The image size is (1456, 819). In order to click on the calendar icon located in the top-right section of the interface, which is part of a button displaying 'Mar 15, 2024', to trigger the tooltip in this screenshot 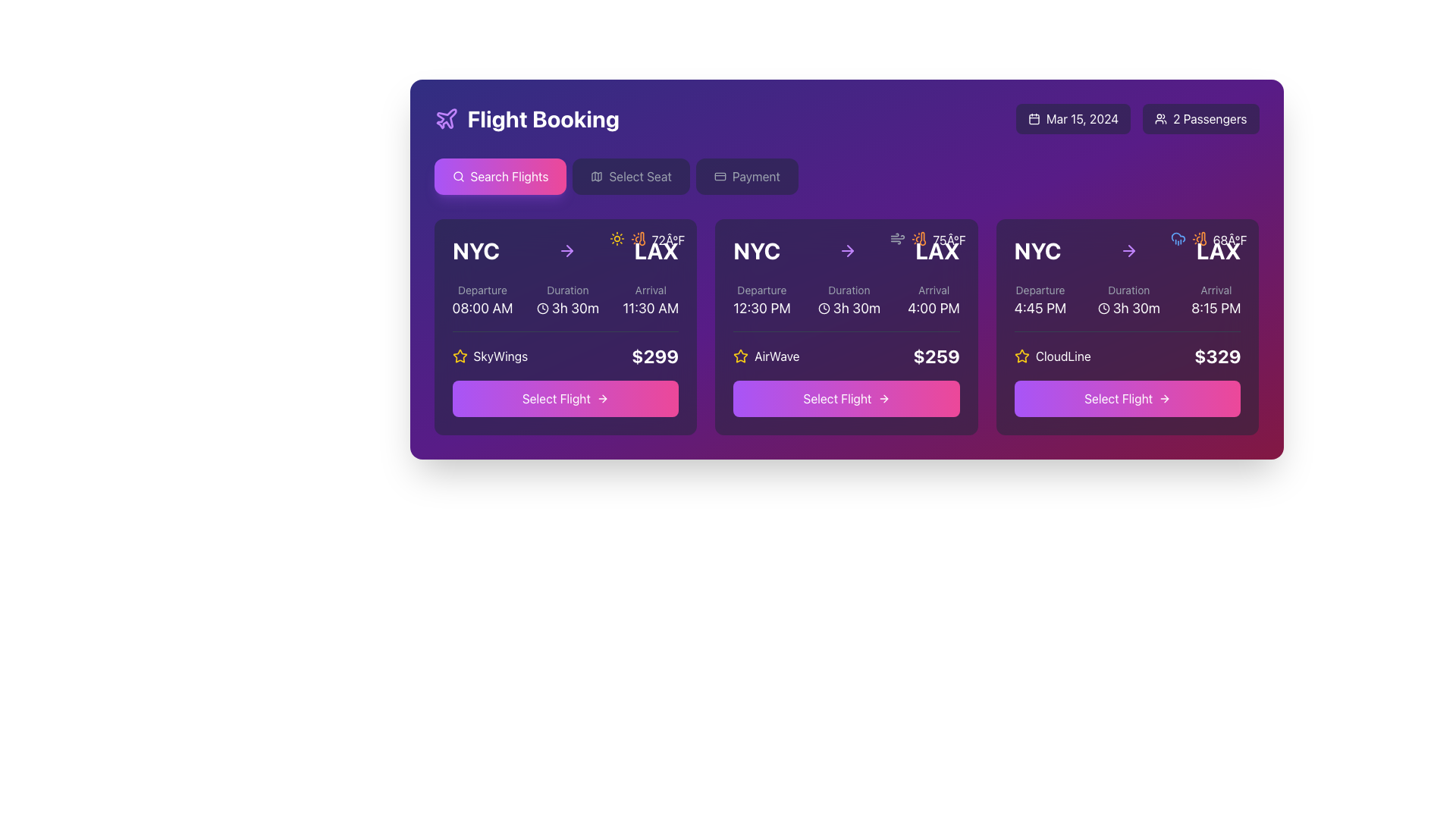, I will do `click(1033, 118)`.